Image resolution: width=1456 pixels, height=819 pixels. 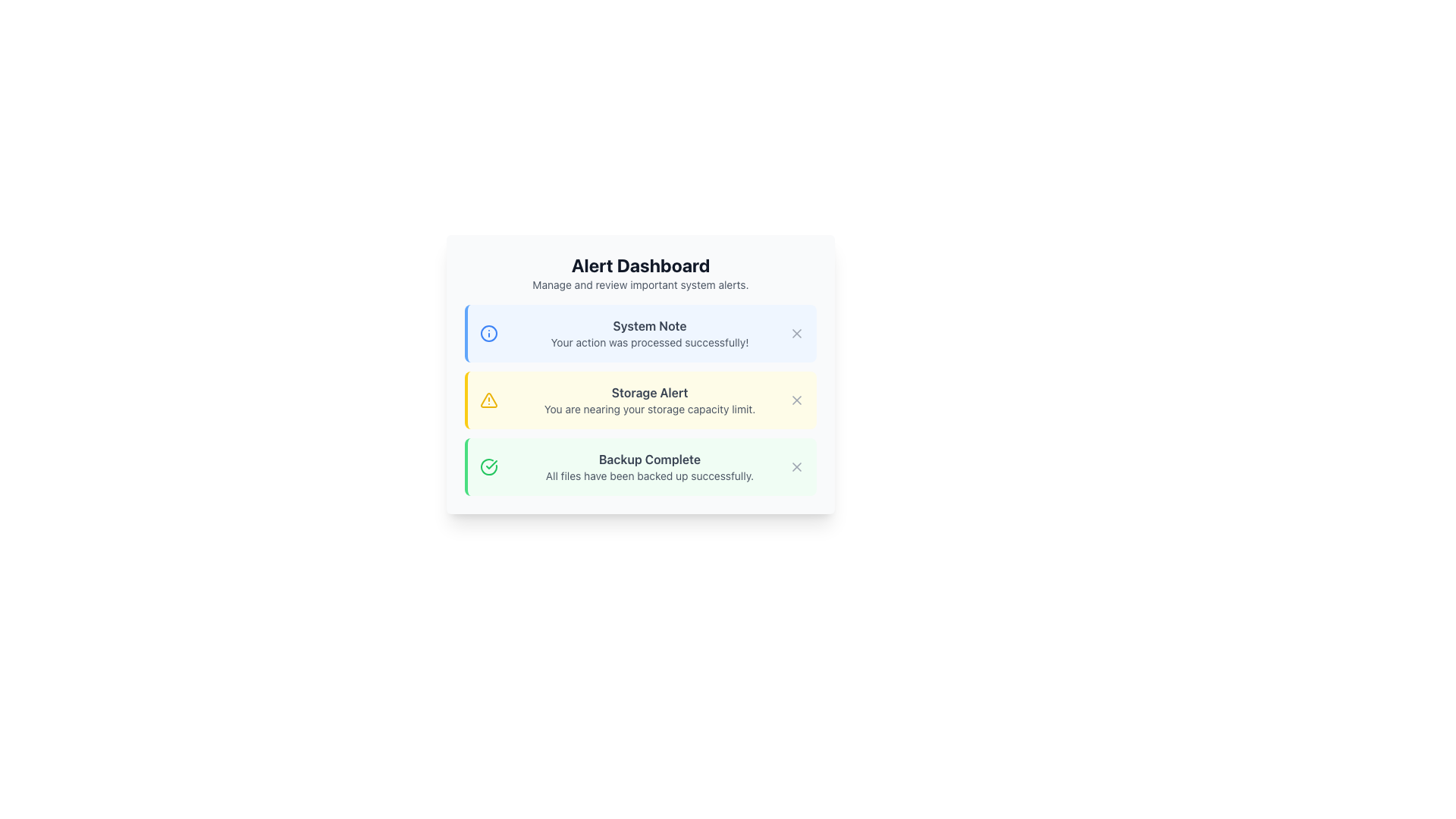 What do you see at coordinates (488, 400) in the screenshot?
I see `the warning icon located within the 'Storage Alert' notification card, which indicates an alert or important message related to storage` at bounding box center [488, 400].